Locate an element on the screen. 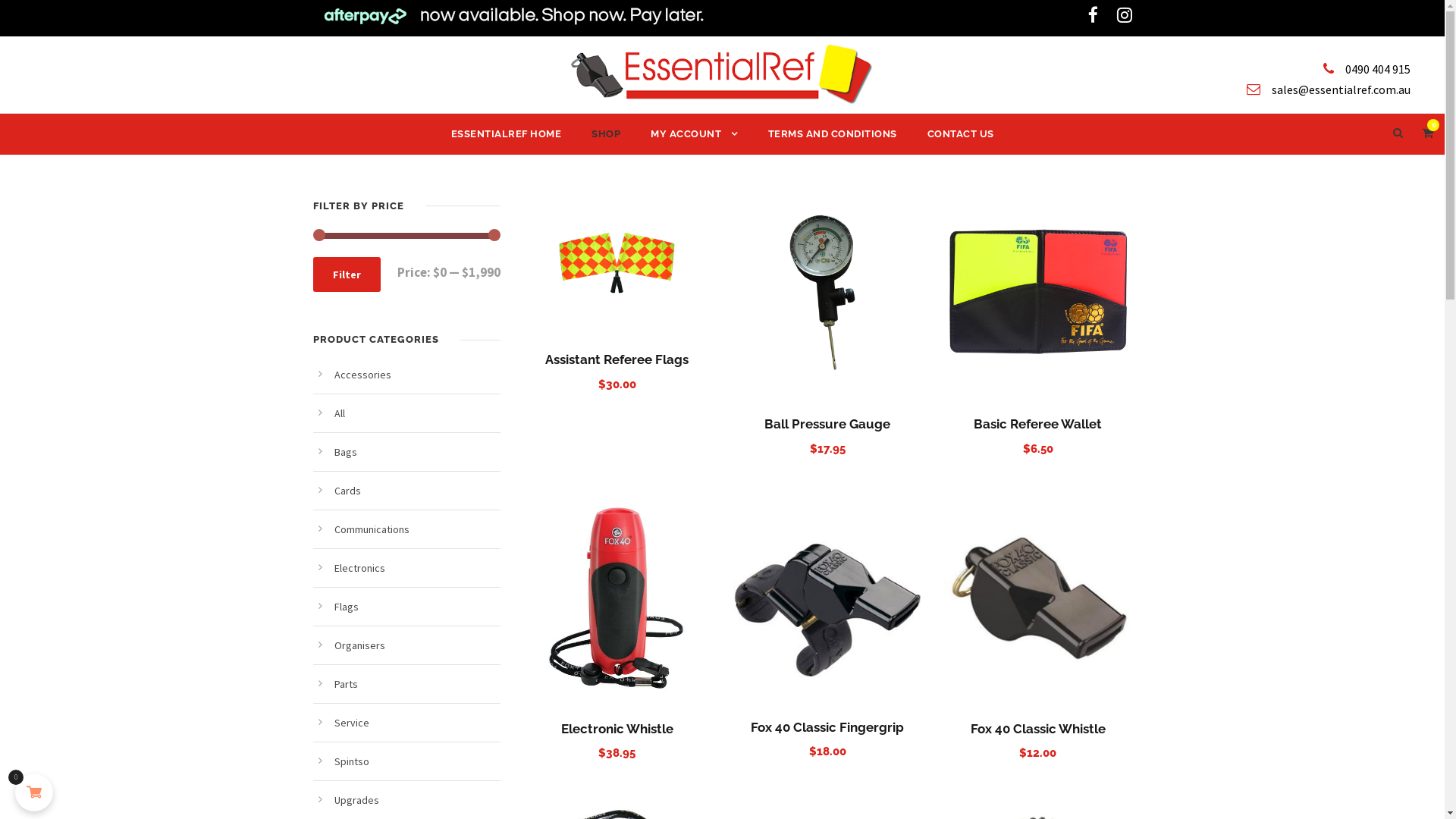 The width and height of the screenshot is (1456, 819). 'Service' is located at coordinates (350, 721).